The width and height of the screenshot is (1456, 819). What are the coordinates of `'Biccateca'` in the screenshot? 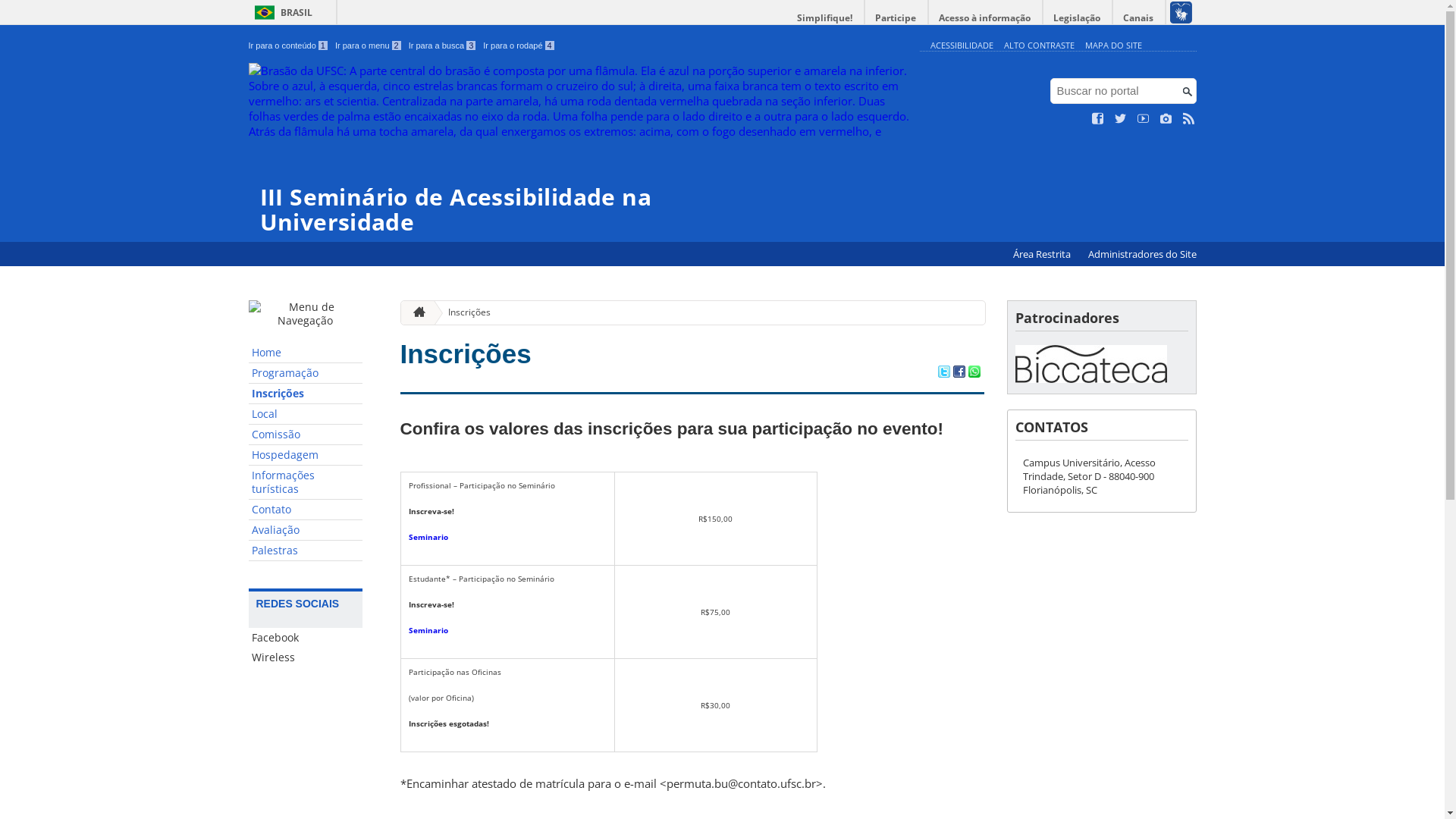 It's located at (1090, 363).